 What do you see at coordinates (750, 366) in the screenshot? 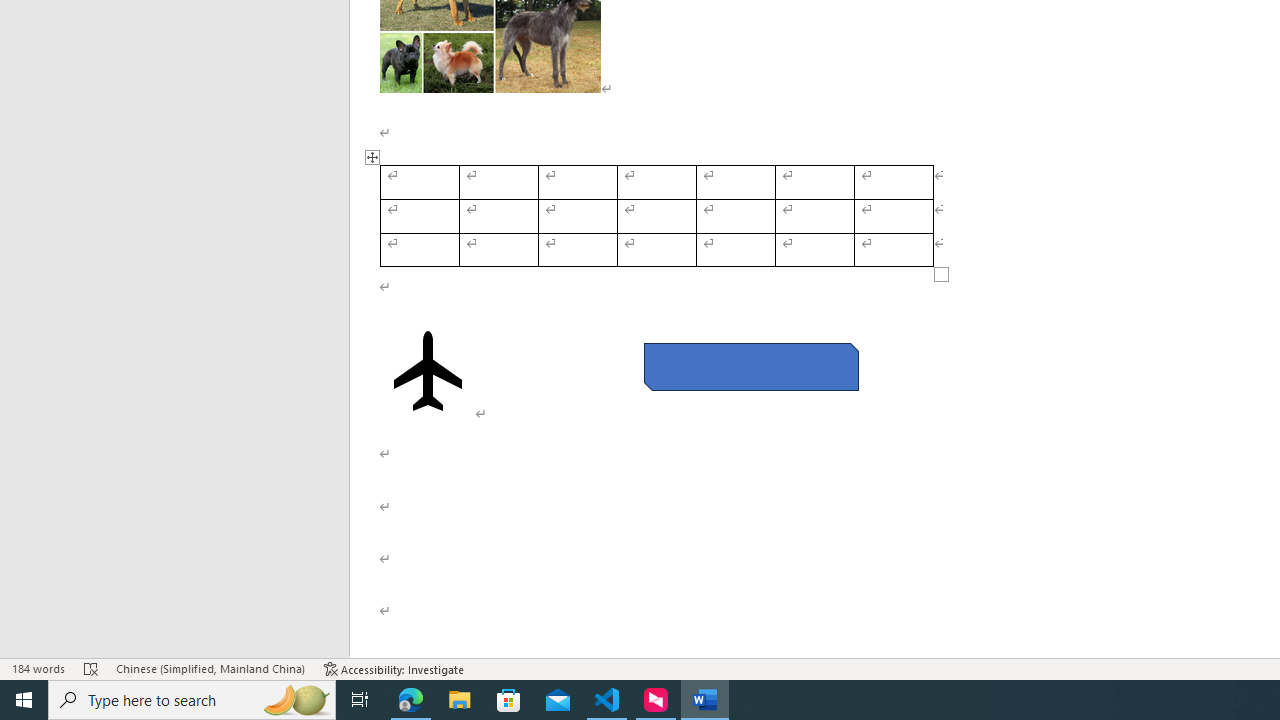
I see `'Rectangle: Diagonal Corners Snipped 2'` at bounding box center [750, 366].